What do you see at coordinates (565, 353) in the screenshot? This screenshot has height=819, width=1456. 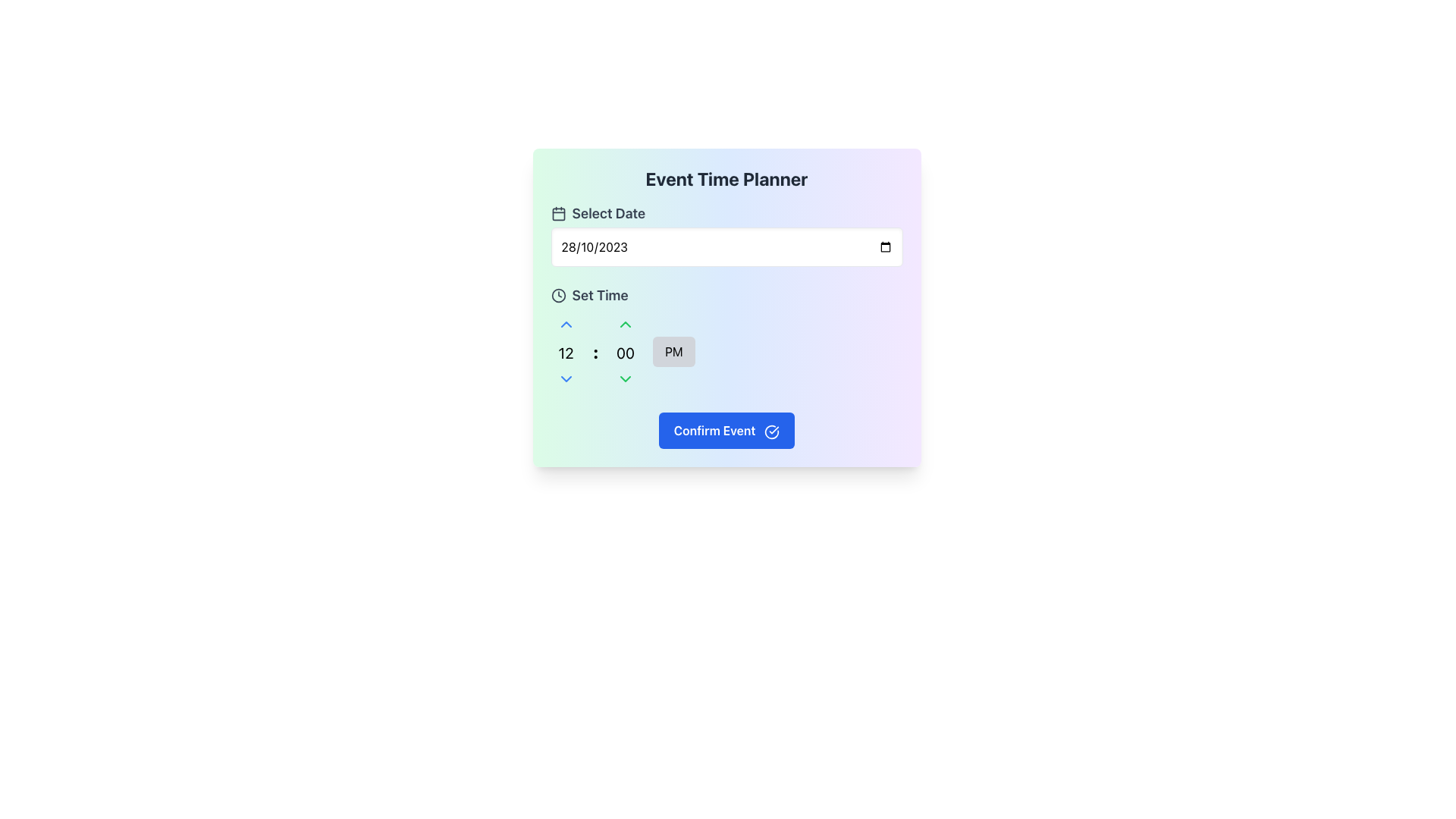 I see `the text display showing the number '12' in a large, bold font, positioned between the upward and downward arrow icons in the time selection interface` at bounding box center [565, 353].